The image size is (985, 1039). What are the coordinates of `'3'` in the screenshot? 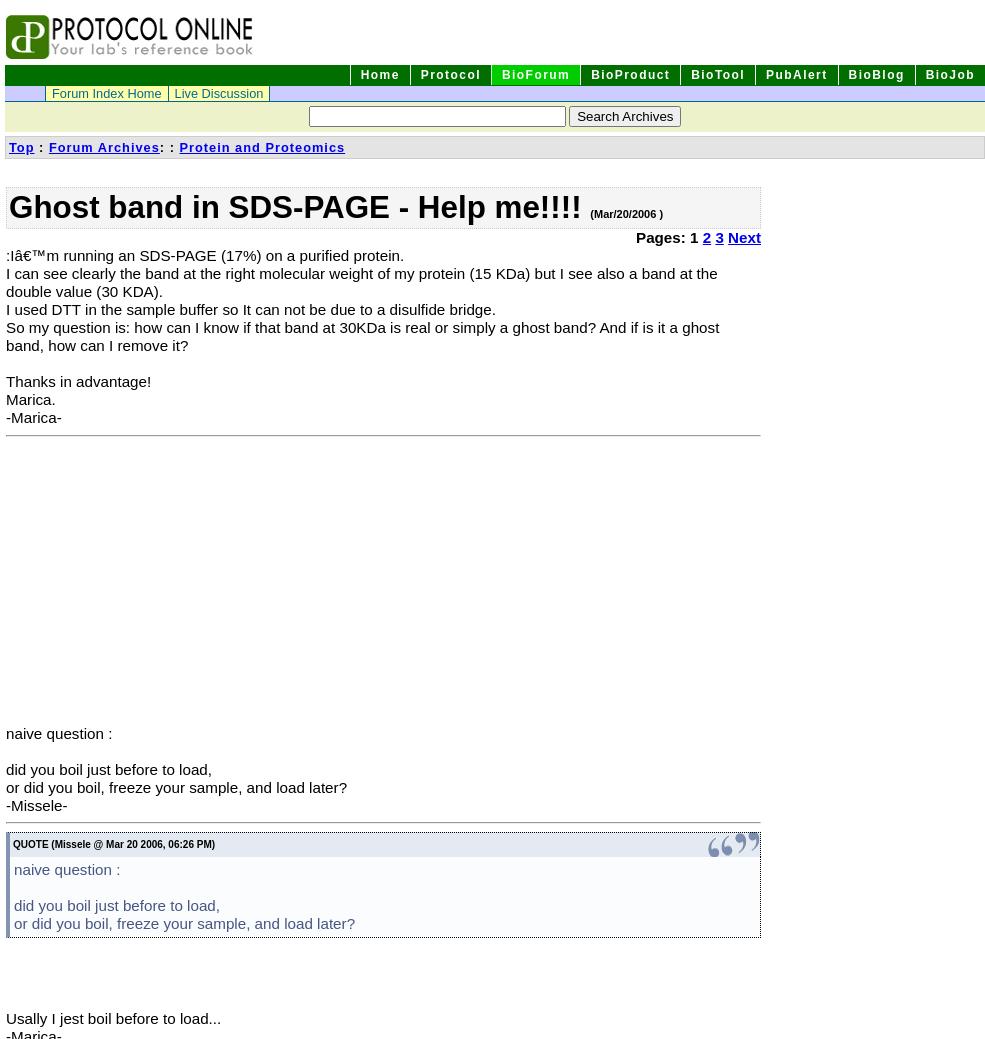 It's located at (718, 237).